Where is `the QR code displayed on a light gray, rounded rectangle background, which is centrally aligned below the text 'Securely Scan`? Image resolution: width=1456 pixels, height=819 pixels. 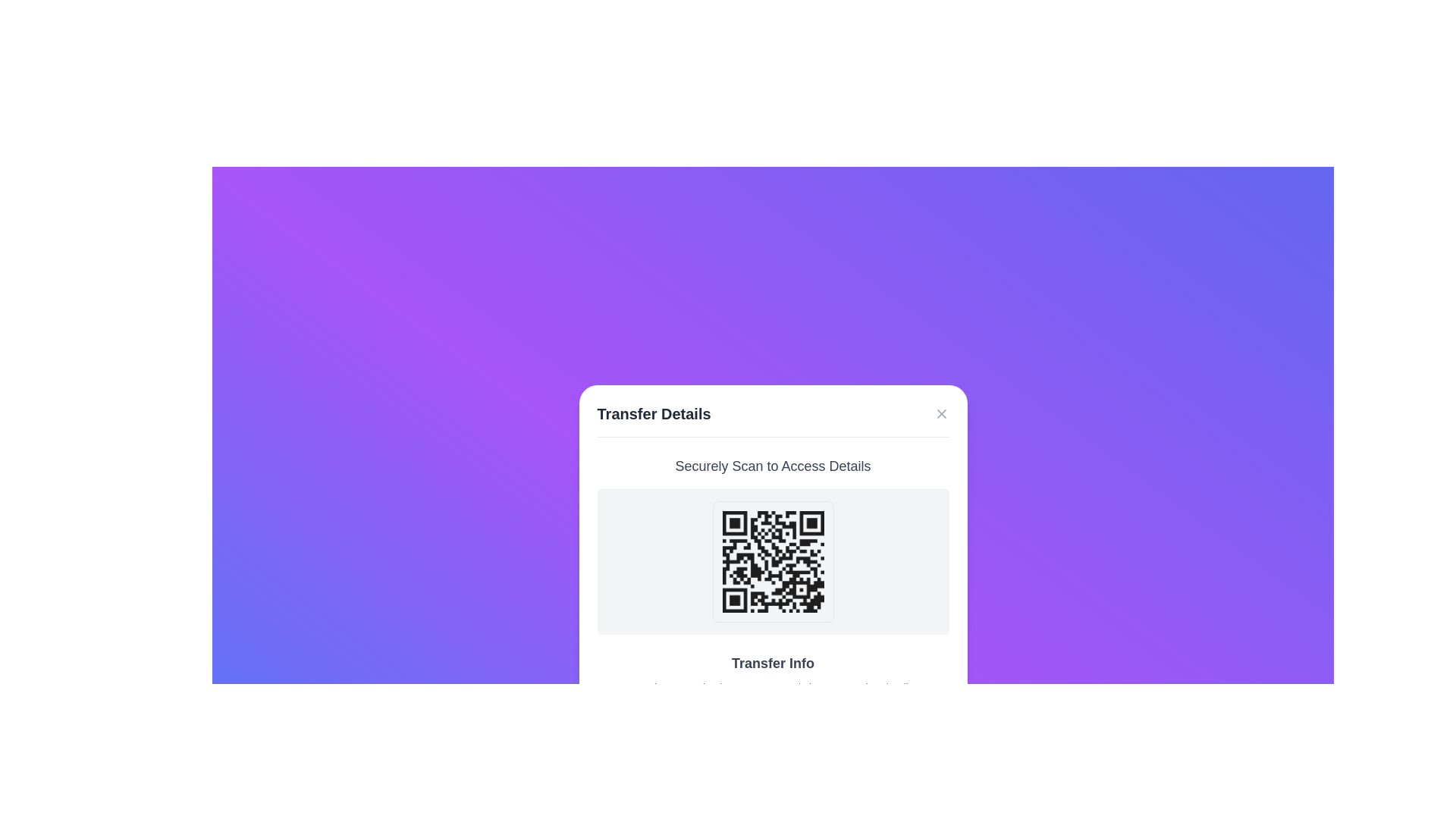 the QR code displayed on a light gray, rounded rectangle background, which is centrally aligned below the text 'Securely Scan is located at coordinates (773, 561).